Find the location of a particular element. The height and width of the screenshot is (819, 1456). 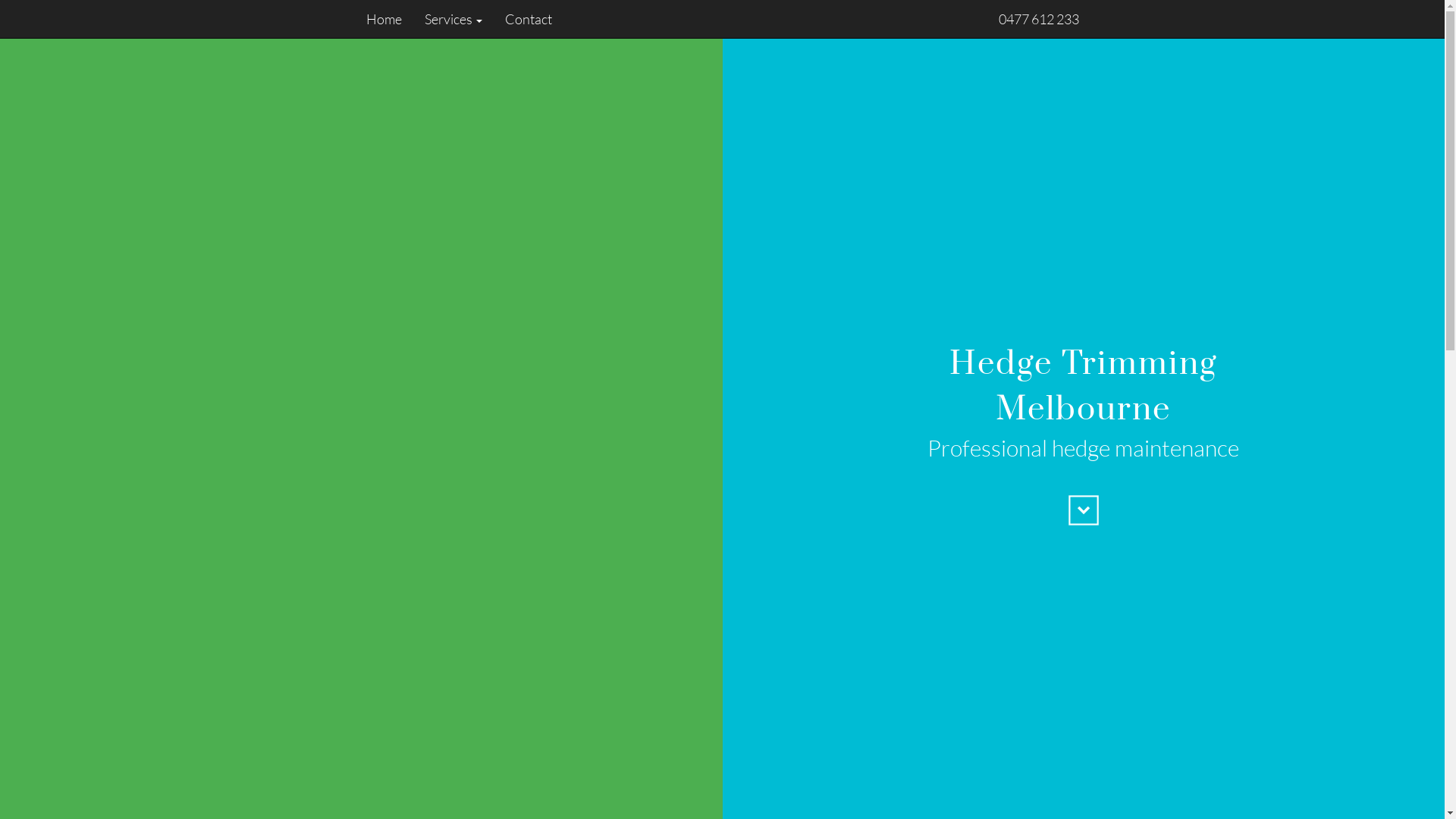

'Contact' is located at coordinates (522, 18).